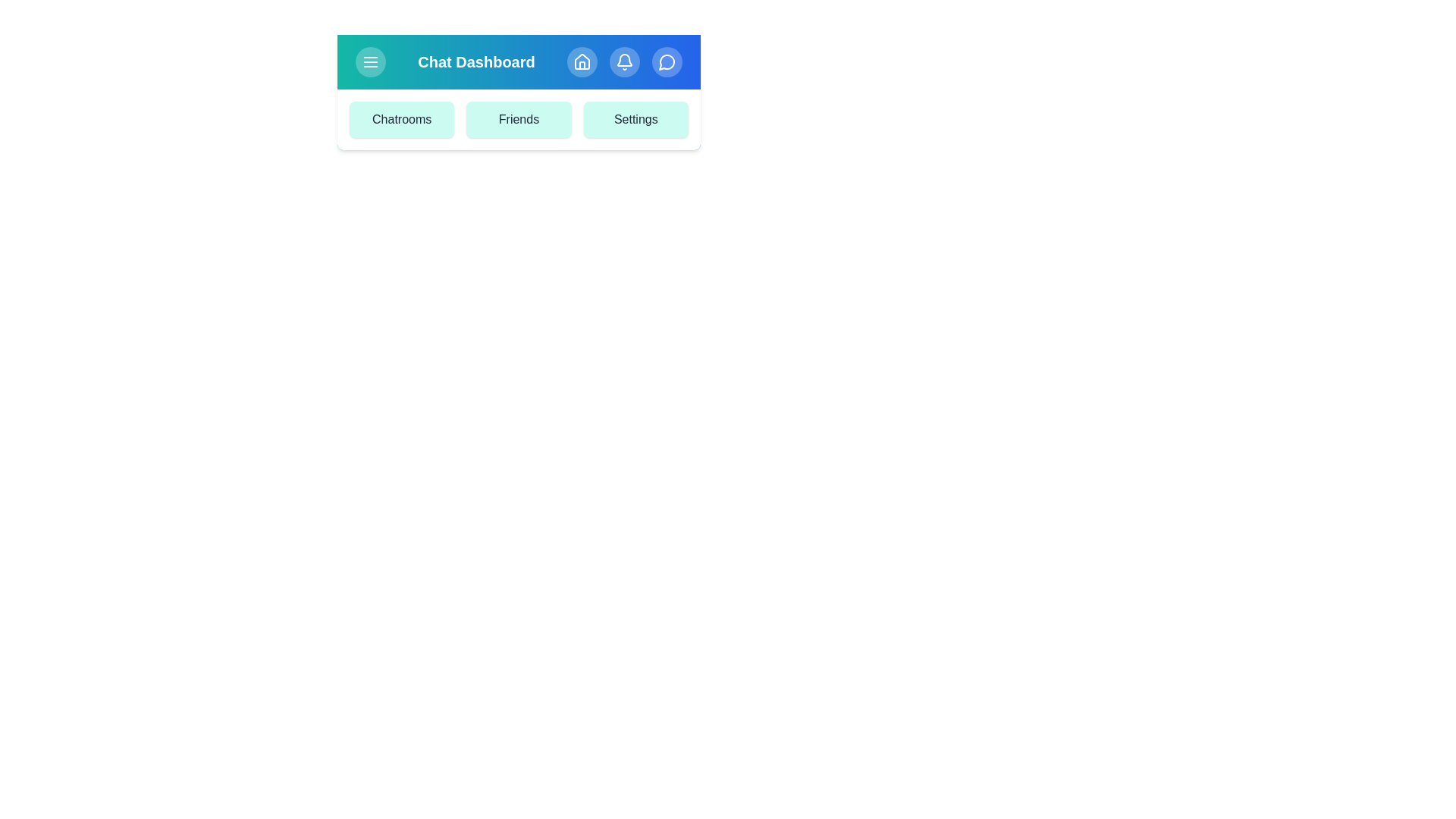 The image size is (1456, 819). I want to click on the Notifications icon in the action bar, so click(625, 61).